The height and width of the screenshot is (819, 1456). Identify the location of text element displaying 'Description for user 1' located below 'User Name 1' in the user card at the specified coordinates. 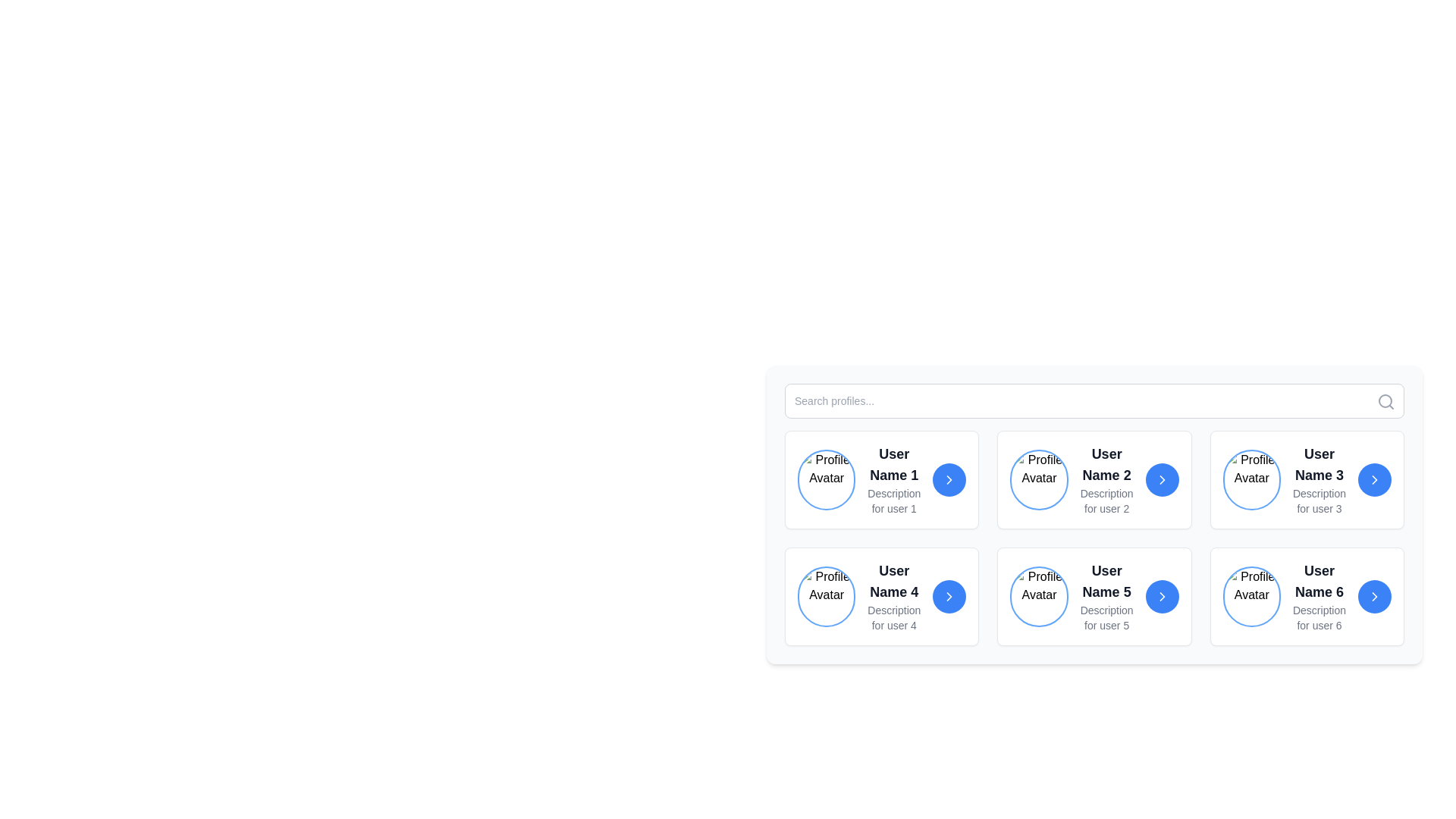
(894, 500).